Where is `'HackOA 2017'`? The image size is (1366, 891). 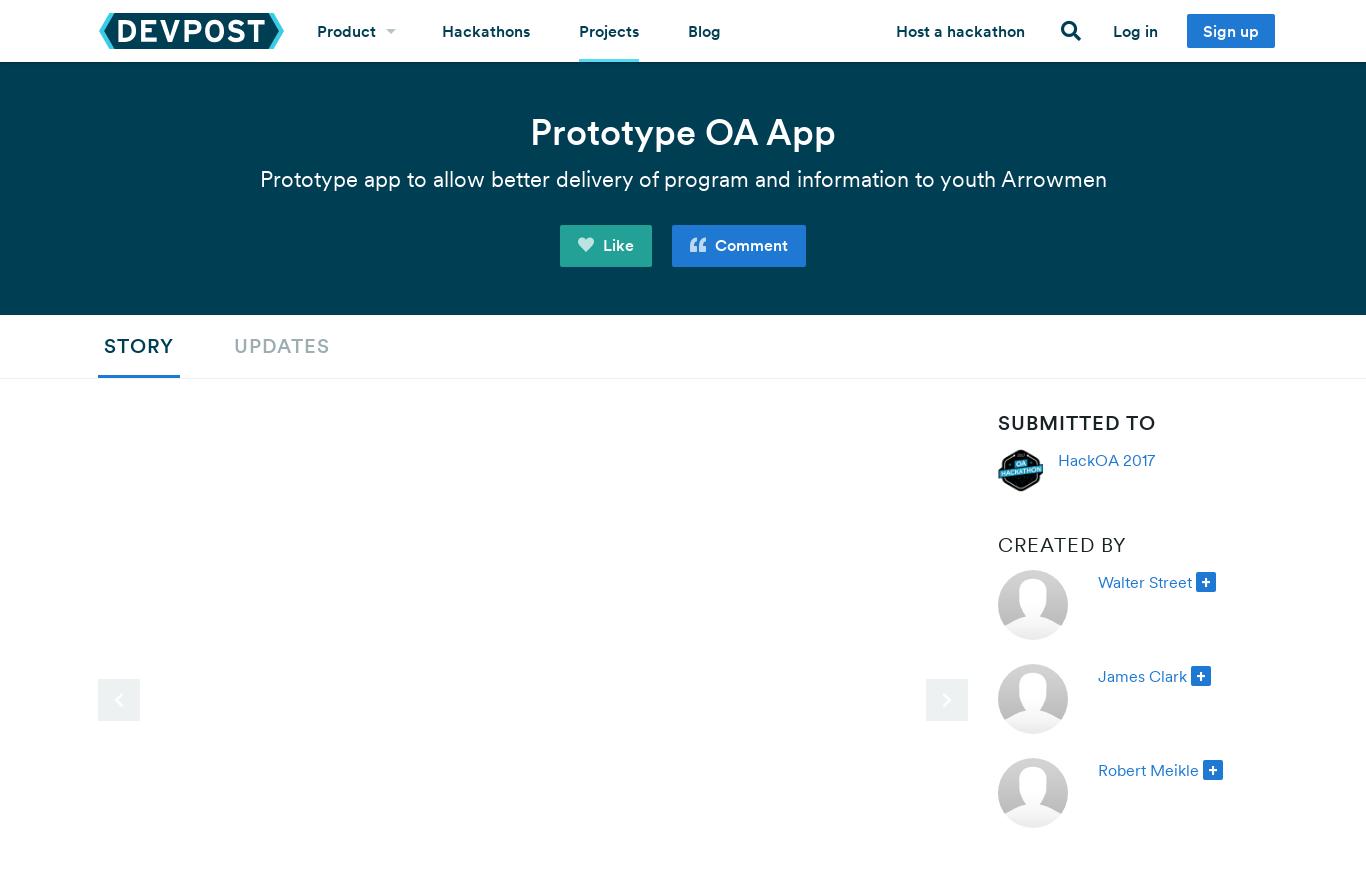 'HackOA 2017' is located at coordinates (1105, 458).